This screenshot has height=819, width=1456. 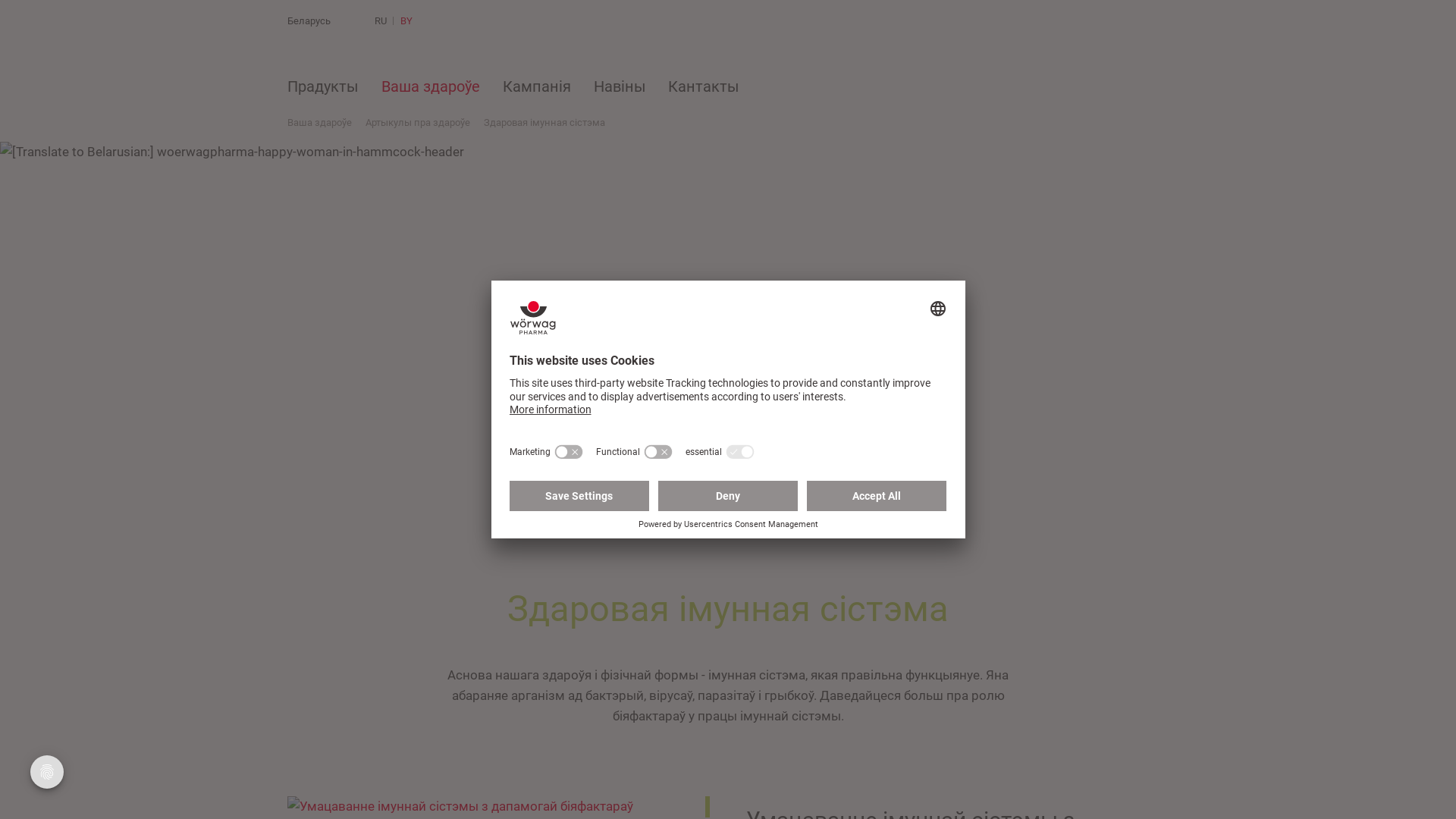 What do you see at coordinates (447, 20) in the screenshot?
I see `'Search'` at bounding box center [447, 20].